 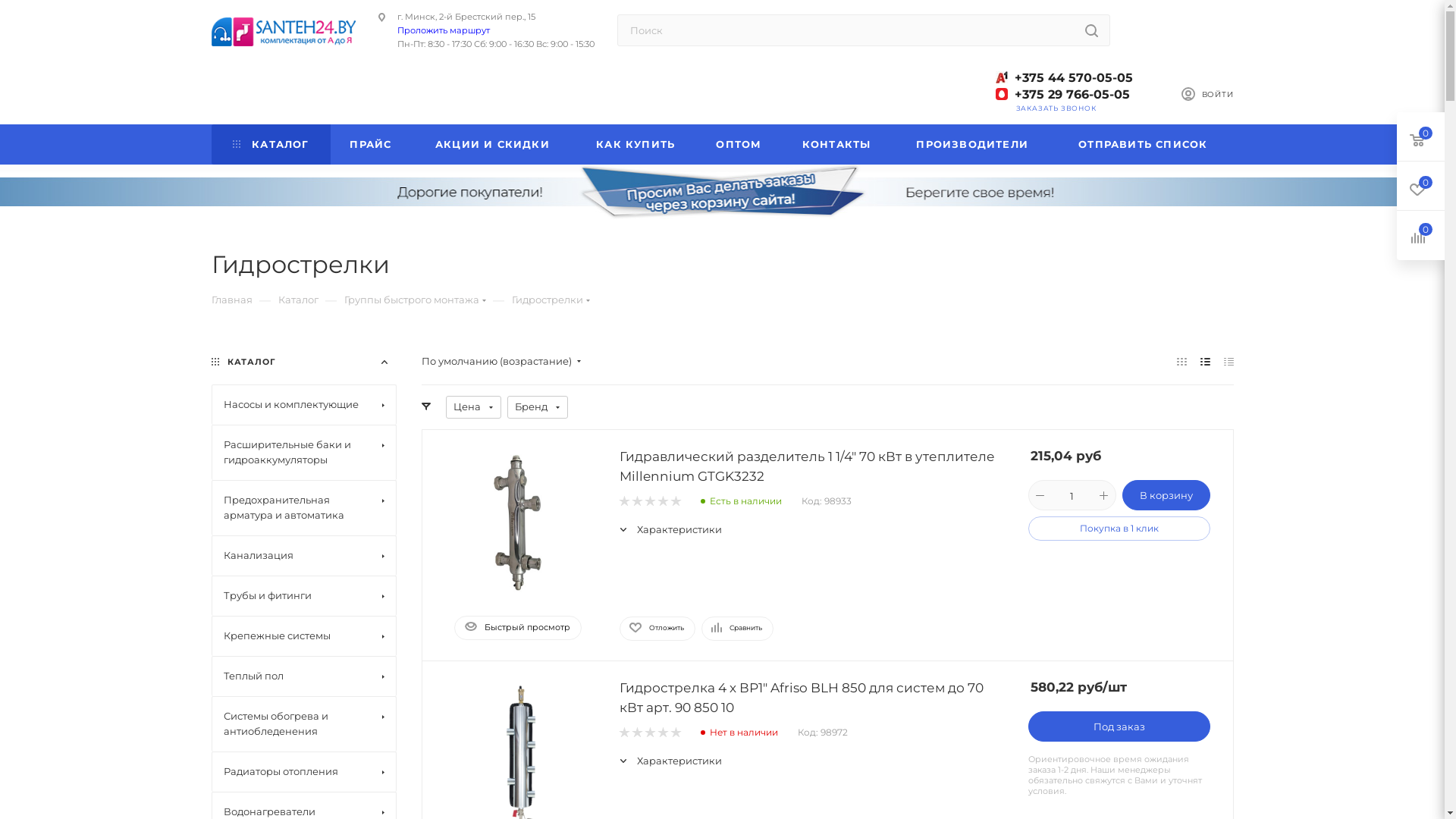 I want to click on '+375 29 766-05-05', so click(x=1063, y=94).